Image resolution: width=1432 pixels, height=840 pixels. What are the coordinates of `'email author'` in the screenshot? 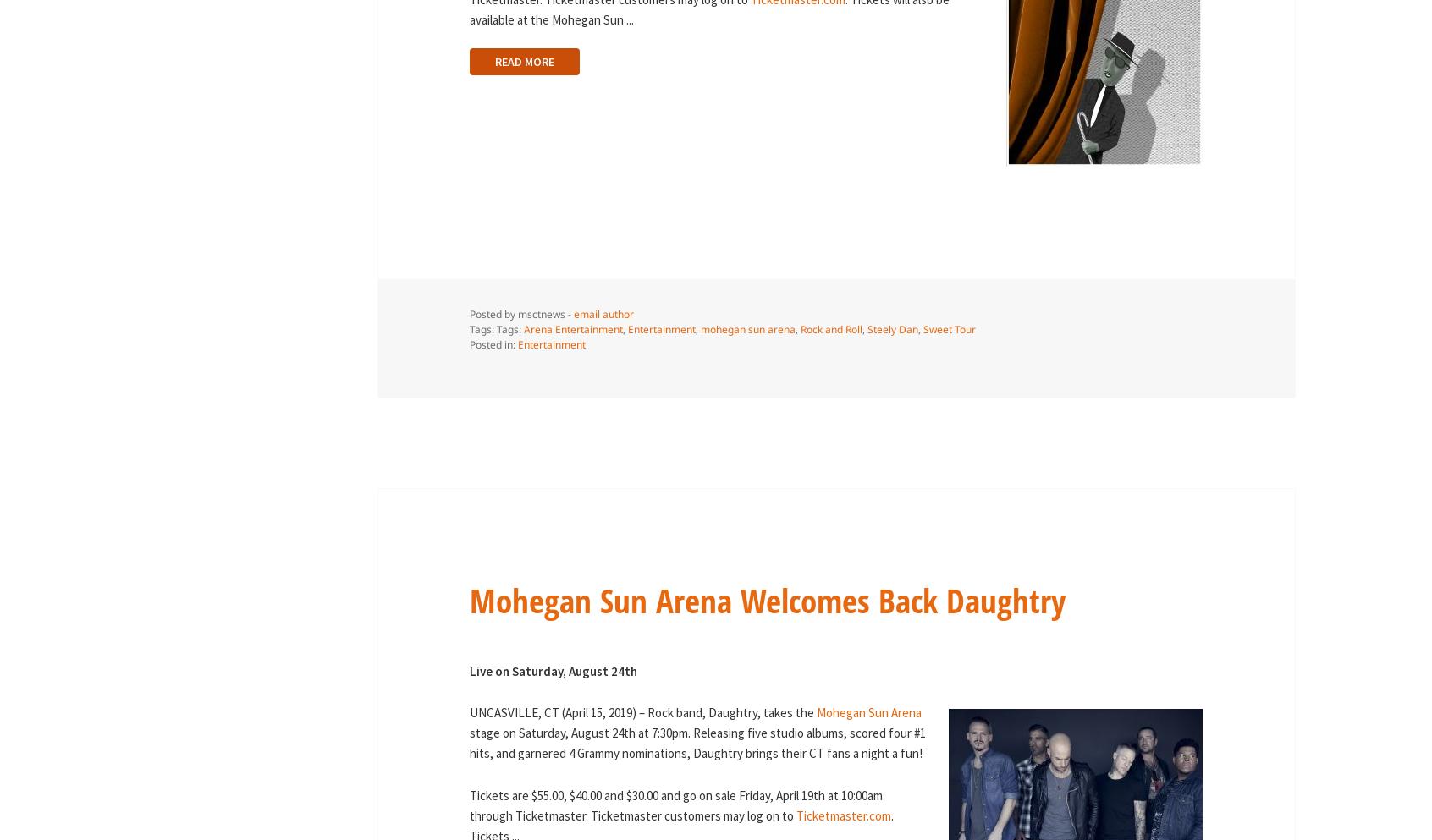 It's located at (602, 313).